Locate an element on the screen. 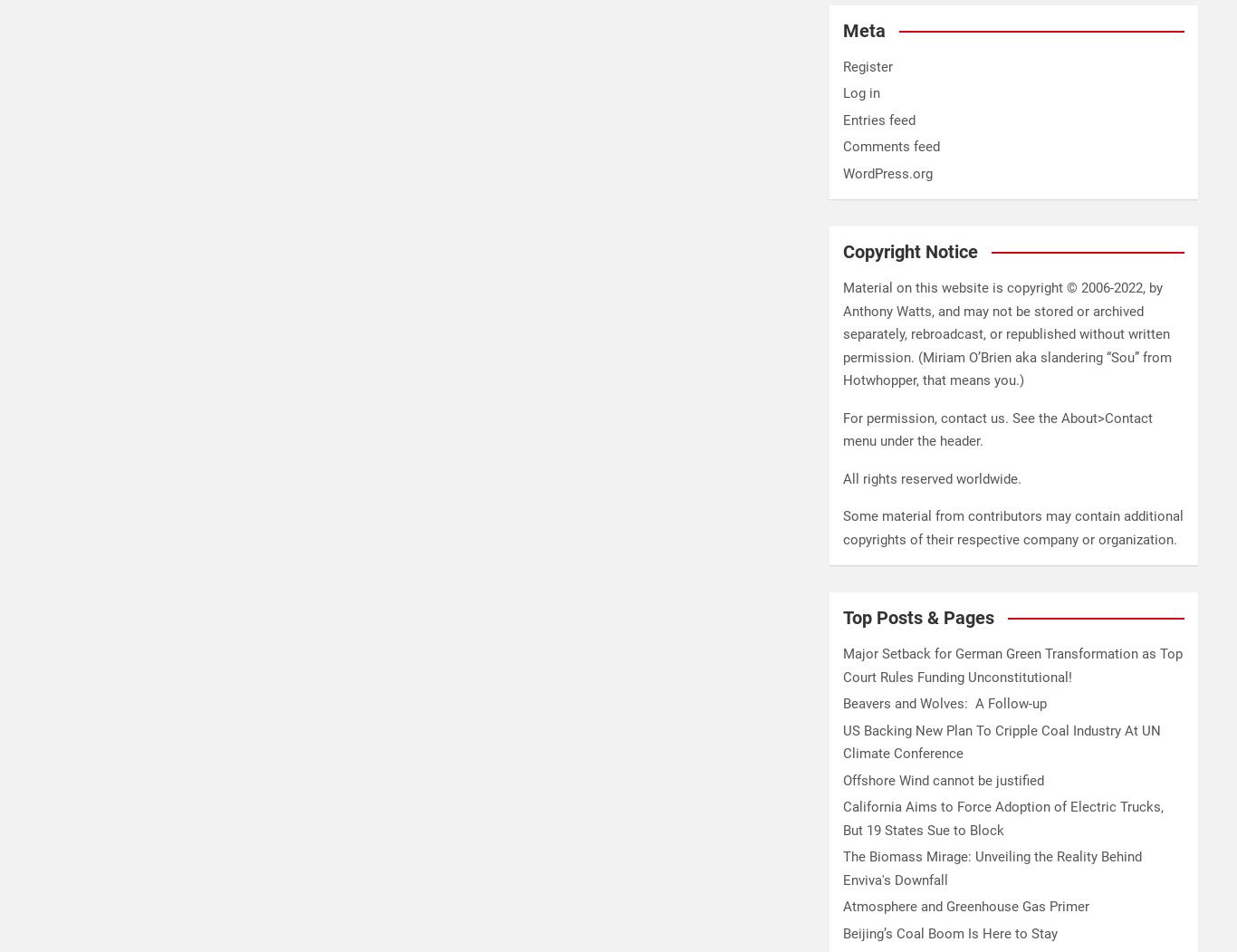 This screenshot has width=1237, height=952. 'The Biomass Mirage: Unveiling the Reality Behind Enviva's Downfall' is located at coordinates (991, 867).